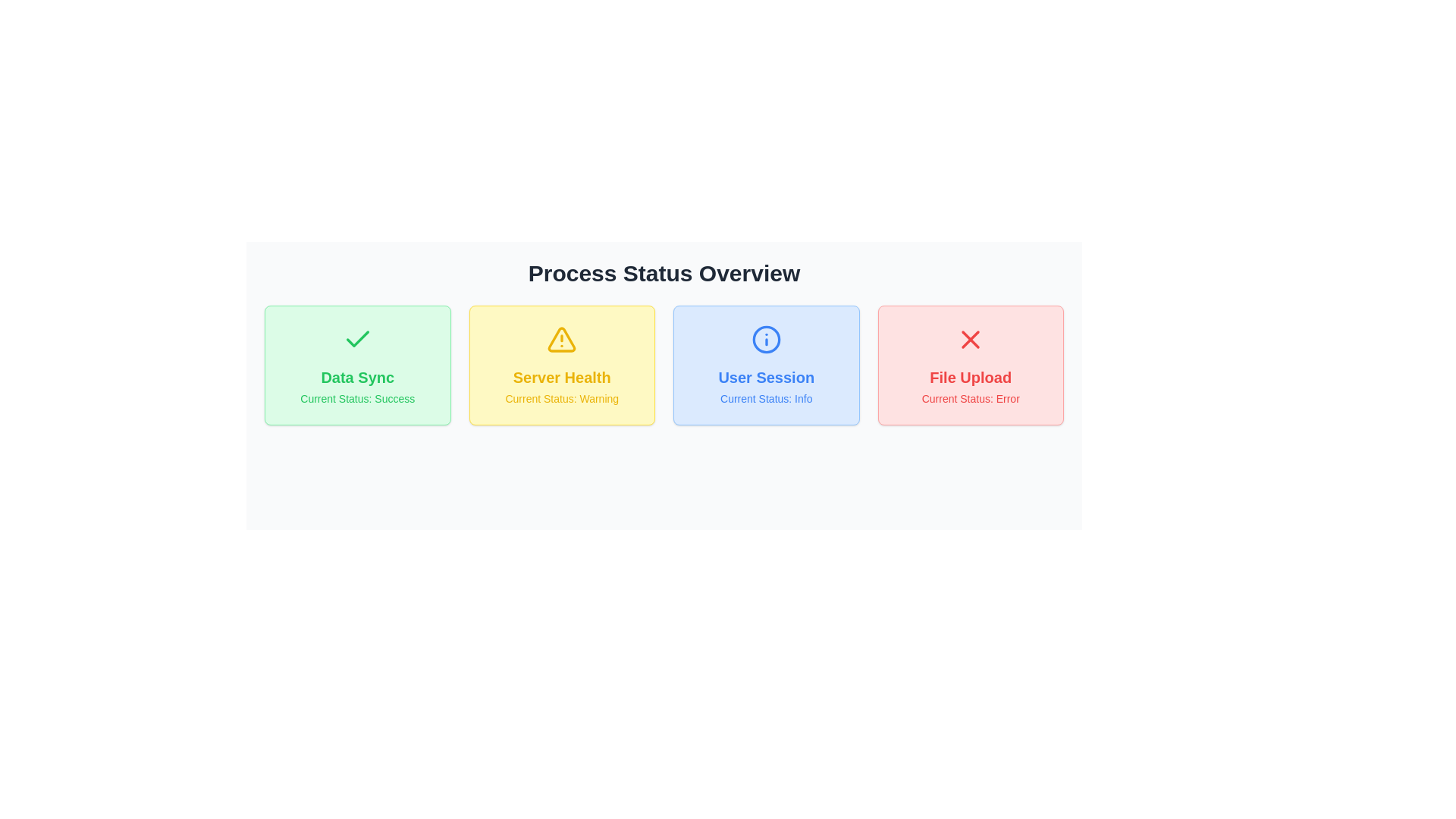  I want to click on the success icon located at the top center of the first light green status card, which visually indicates a successful status or operation, so click(356, 338).